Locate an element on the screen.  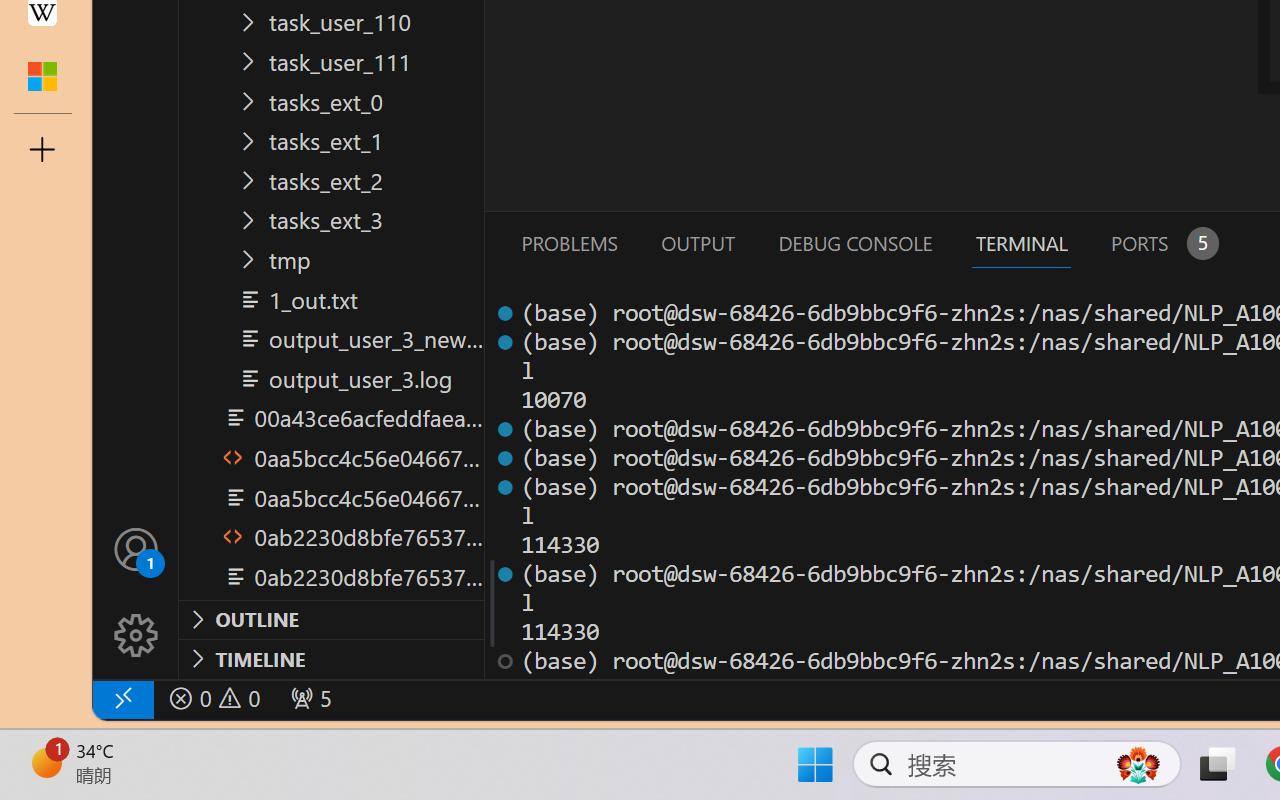
'Accounts - Sign in requested' is located at coordinates (134, 548).